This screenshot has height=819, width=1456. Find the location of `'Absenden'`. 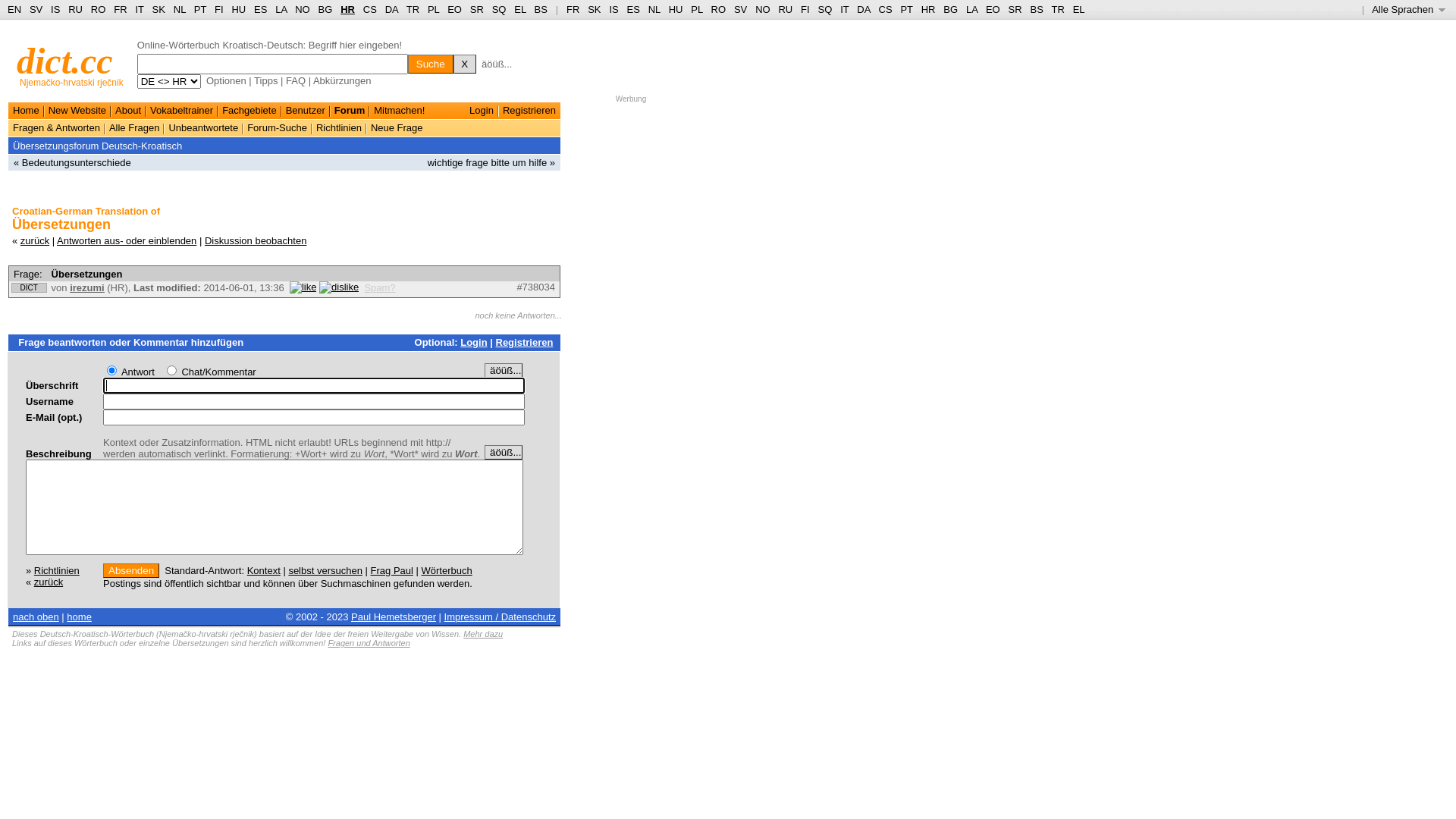

'Absenden' is located at coordinates (130, 570).